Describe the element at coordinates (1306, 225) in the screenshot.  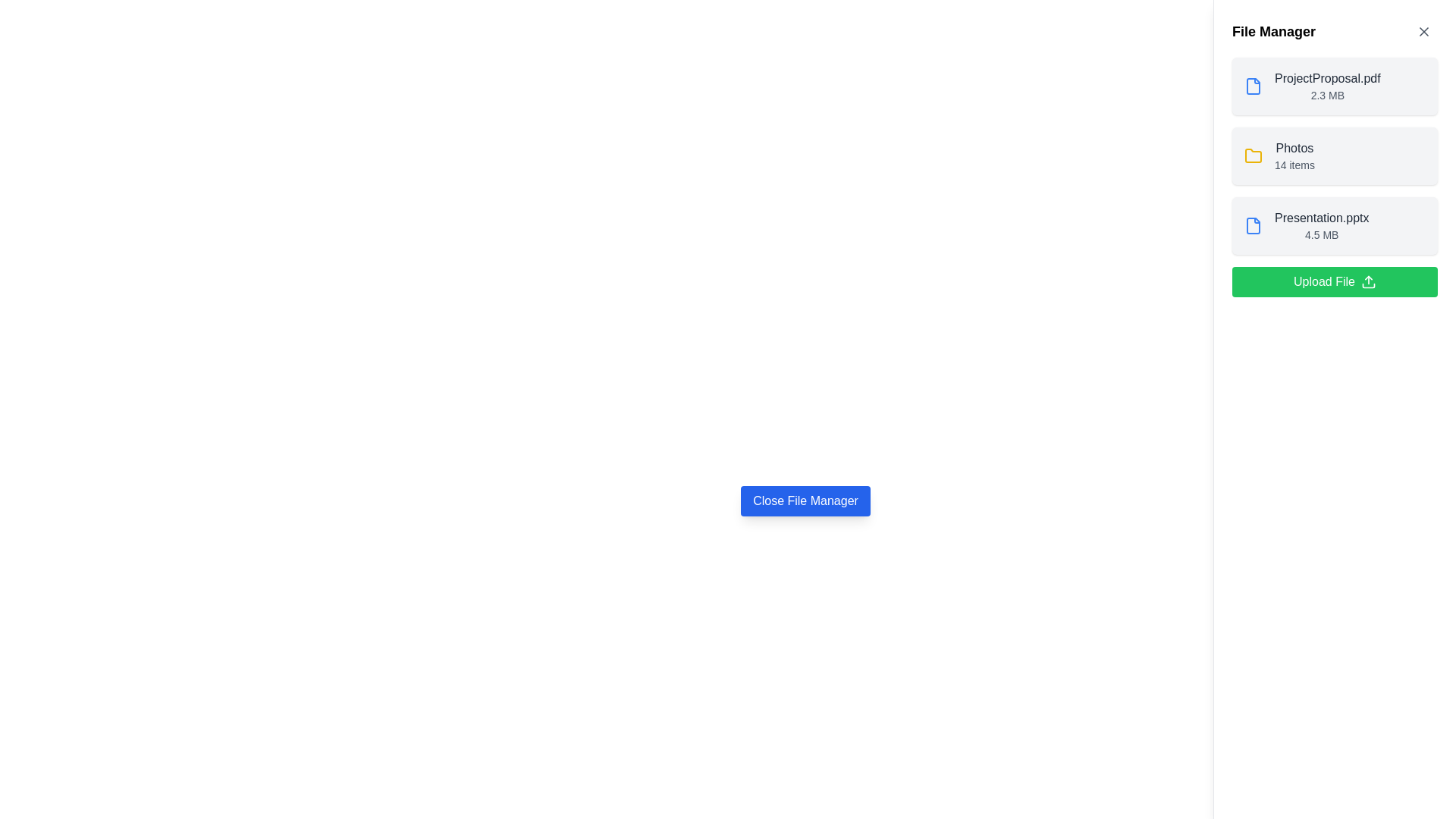
I see `the 'Presentation.pptx' file entry` at that location.